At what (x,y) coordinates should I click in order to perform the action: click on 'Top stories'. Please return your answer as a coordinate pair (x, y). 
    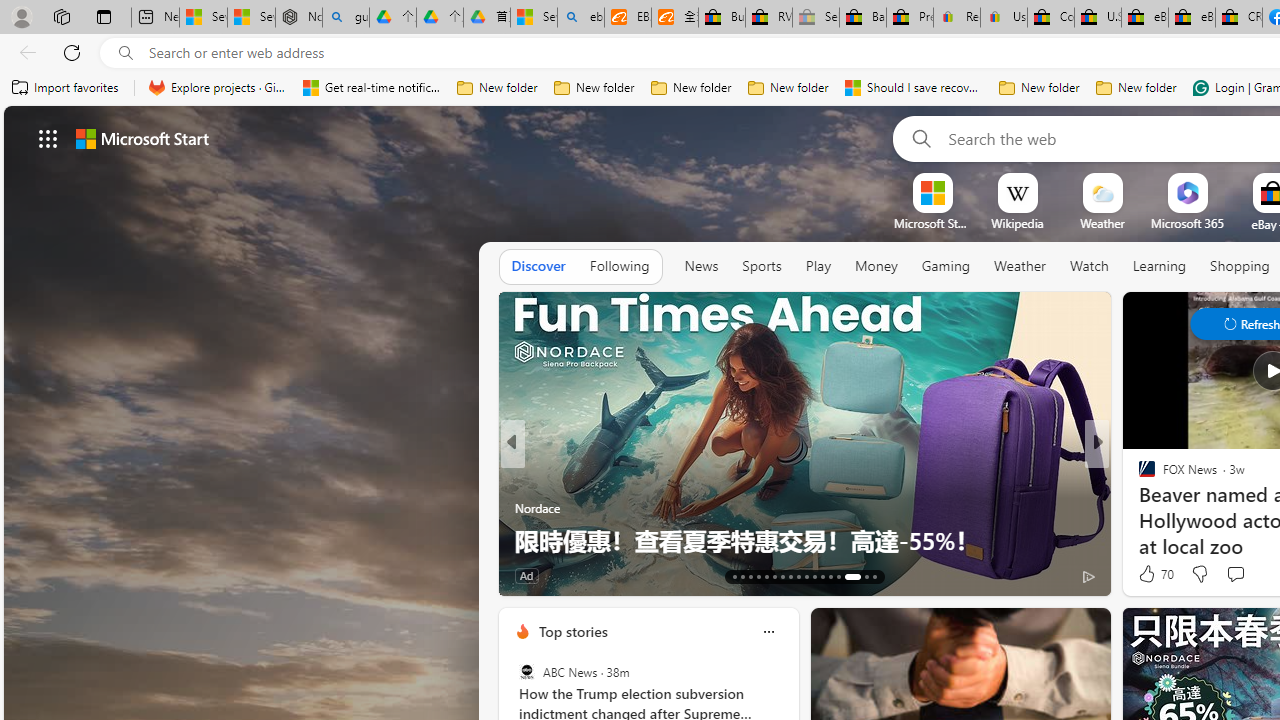
    Looking at the image, I should click on (571, 631).